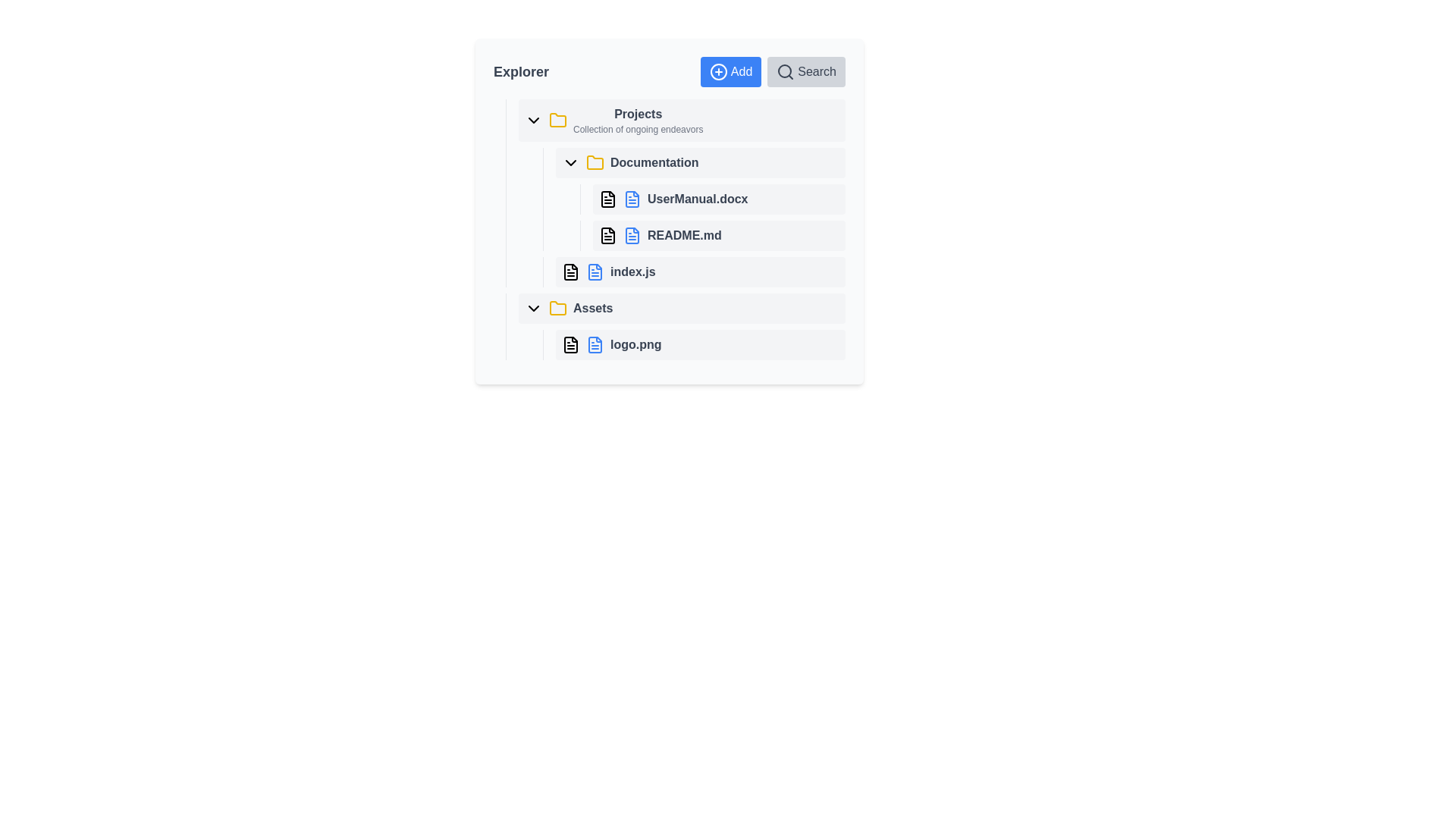 This screenshot has width=1456, height=819. Describe the element at coordinates (669, 230) in the screenshot. I see `the text label displaying 'README.md' in the file explorer` at that location.